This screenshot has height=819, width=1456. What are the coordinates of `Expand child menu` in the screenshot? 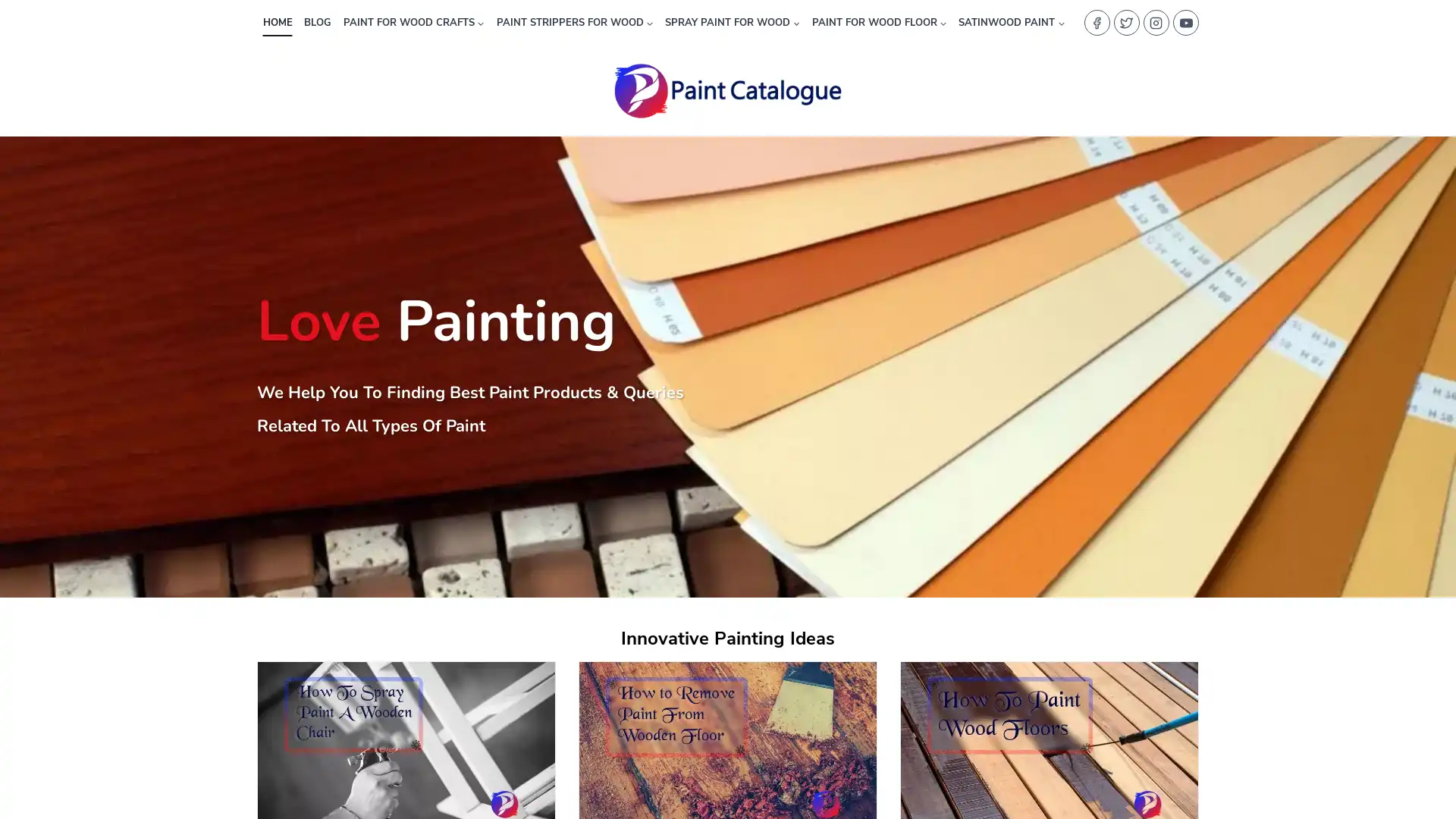 It's located at (732, 22).